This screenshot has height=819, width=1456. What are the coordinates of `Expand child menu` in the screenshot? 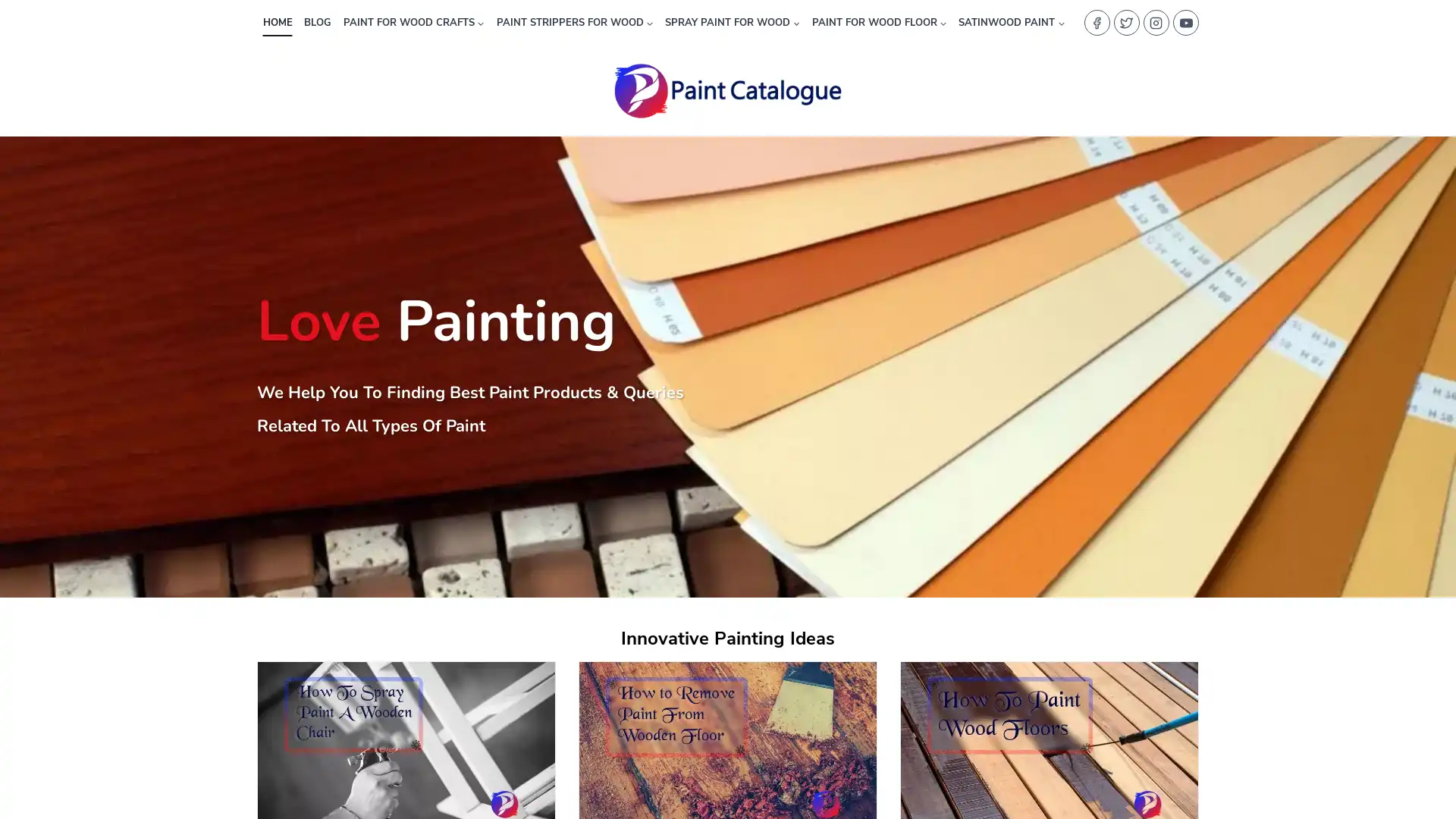 It's located at (732, 22).